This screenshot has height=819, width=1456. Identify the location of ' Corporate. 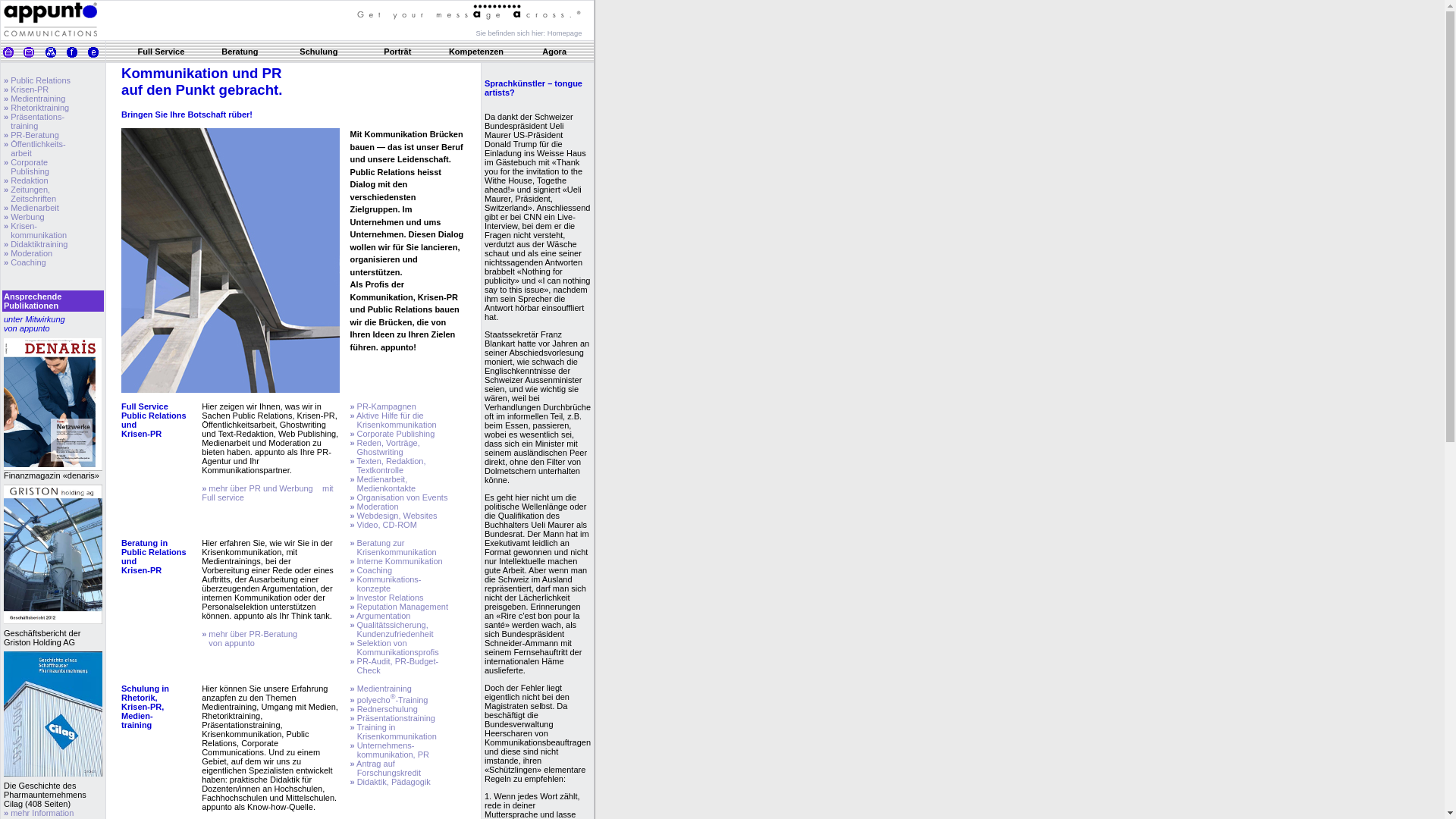
(3, 166).